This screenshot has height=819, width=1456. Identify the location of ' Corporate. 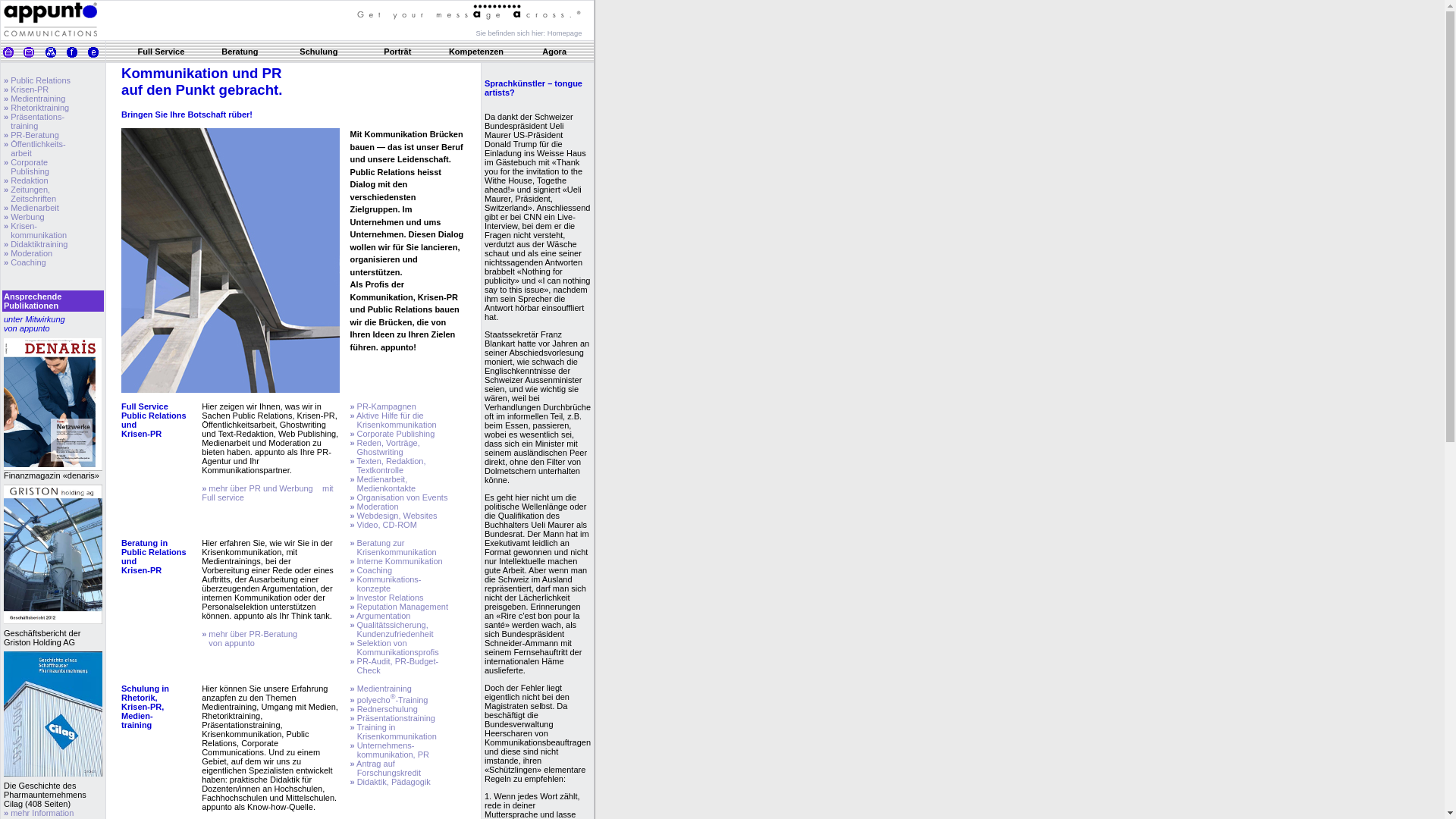
(3, 166).